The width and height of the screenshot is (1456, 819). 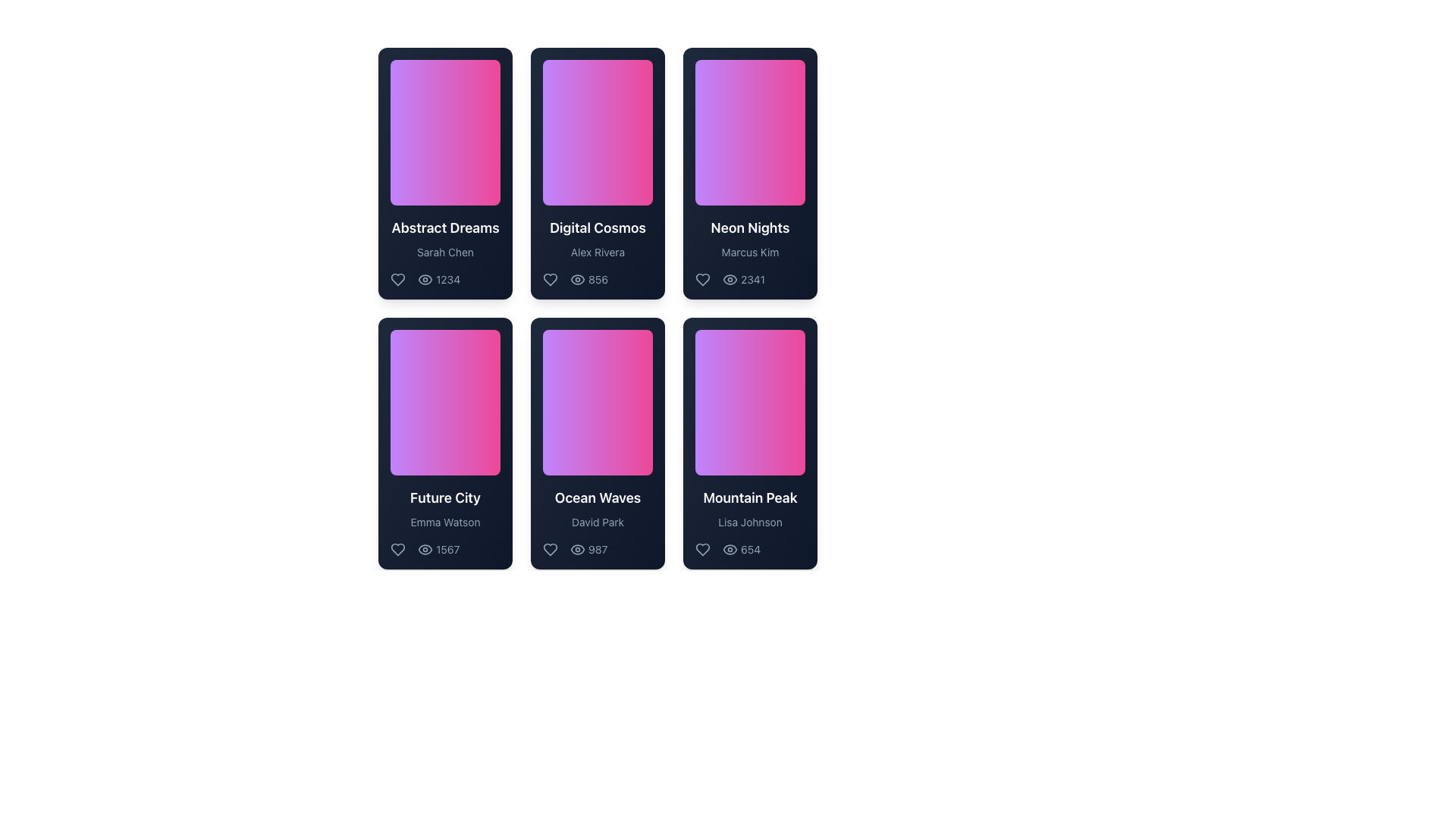 I want to click on the text element displaying the author's or user's name associated with the card content, located below the title 'Neon Nights' in the top-right corner of the card layout, so click(x=750, y=251).